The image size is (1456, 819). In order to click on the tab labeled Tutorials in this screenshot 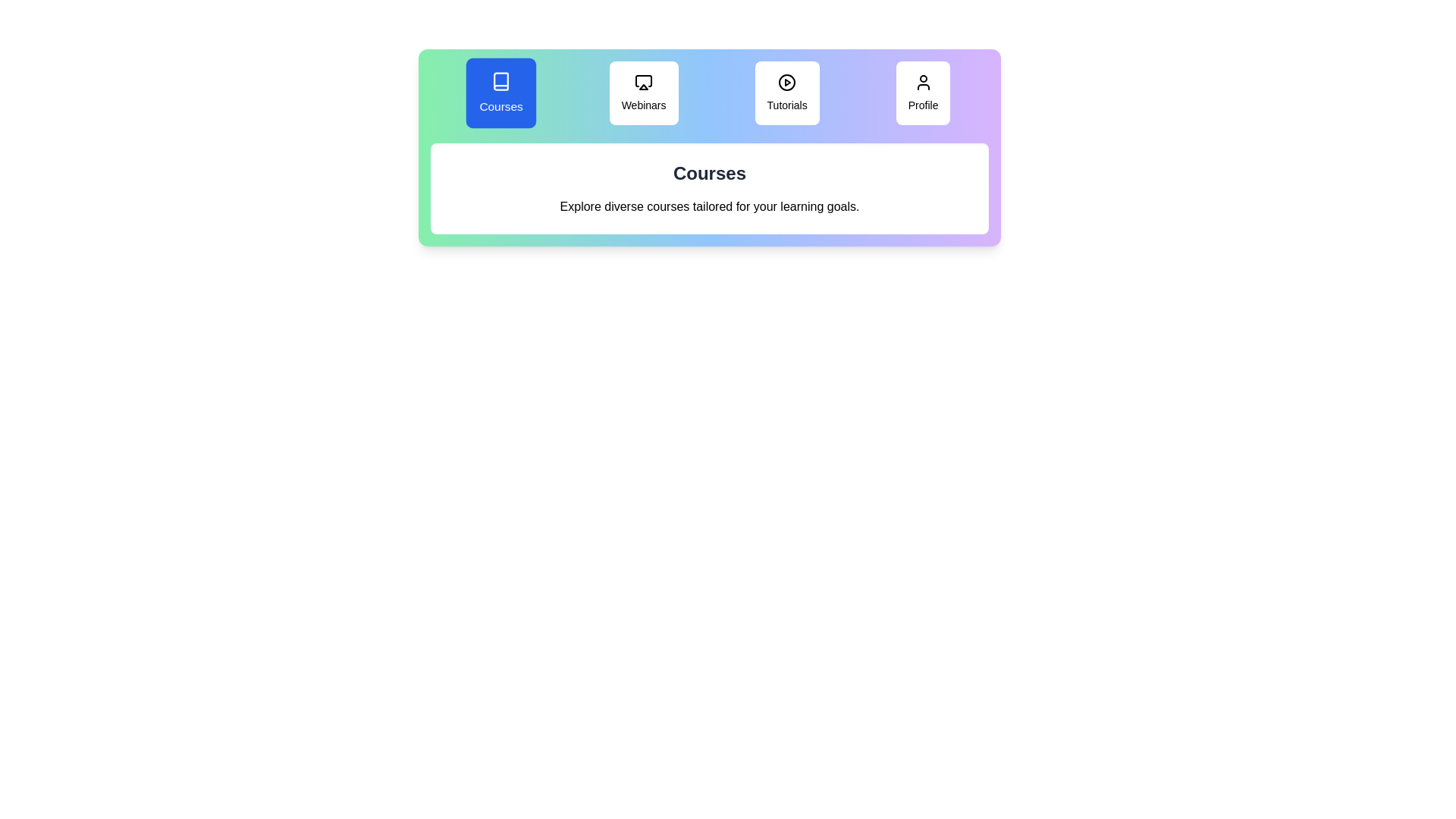, I will do `click(787, 93)`.